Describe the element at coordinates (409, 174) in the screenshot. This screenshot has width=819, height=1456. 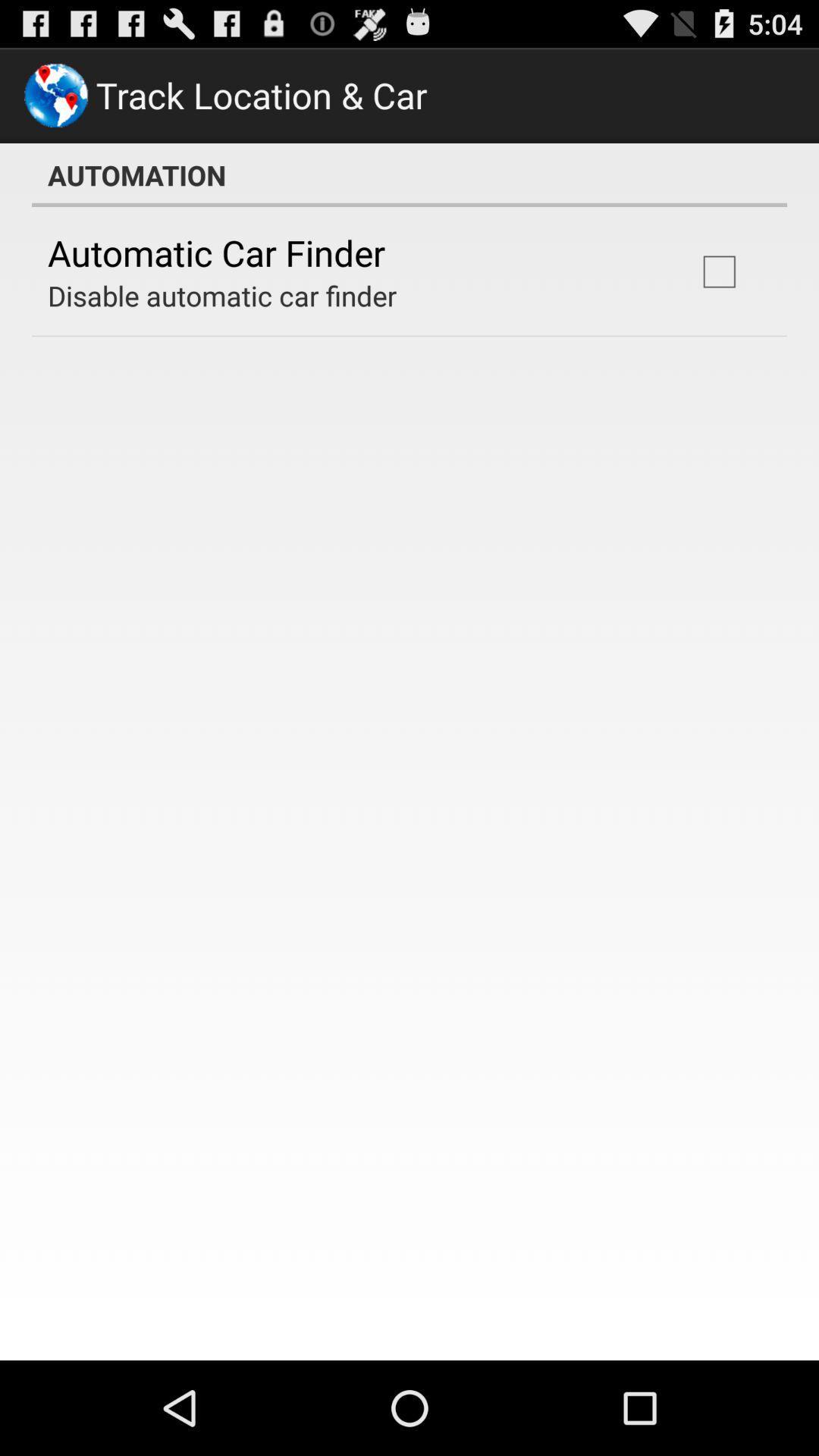
I see `the automation at the top` at that location.